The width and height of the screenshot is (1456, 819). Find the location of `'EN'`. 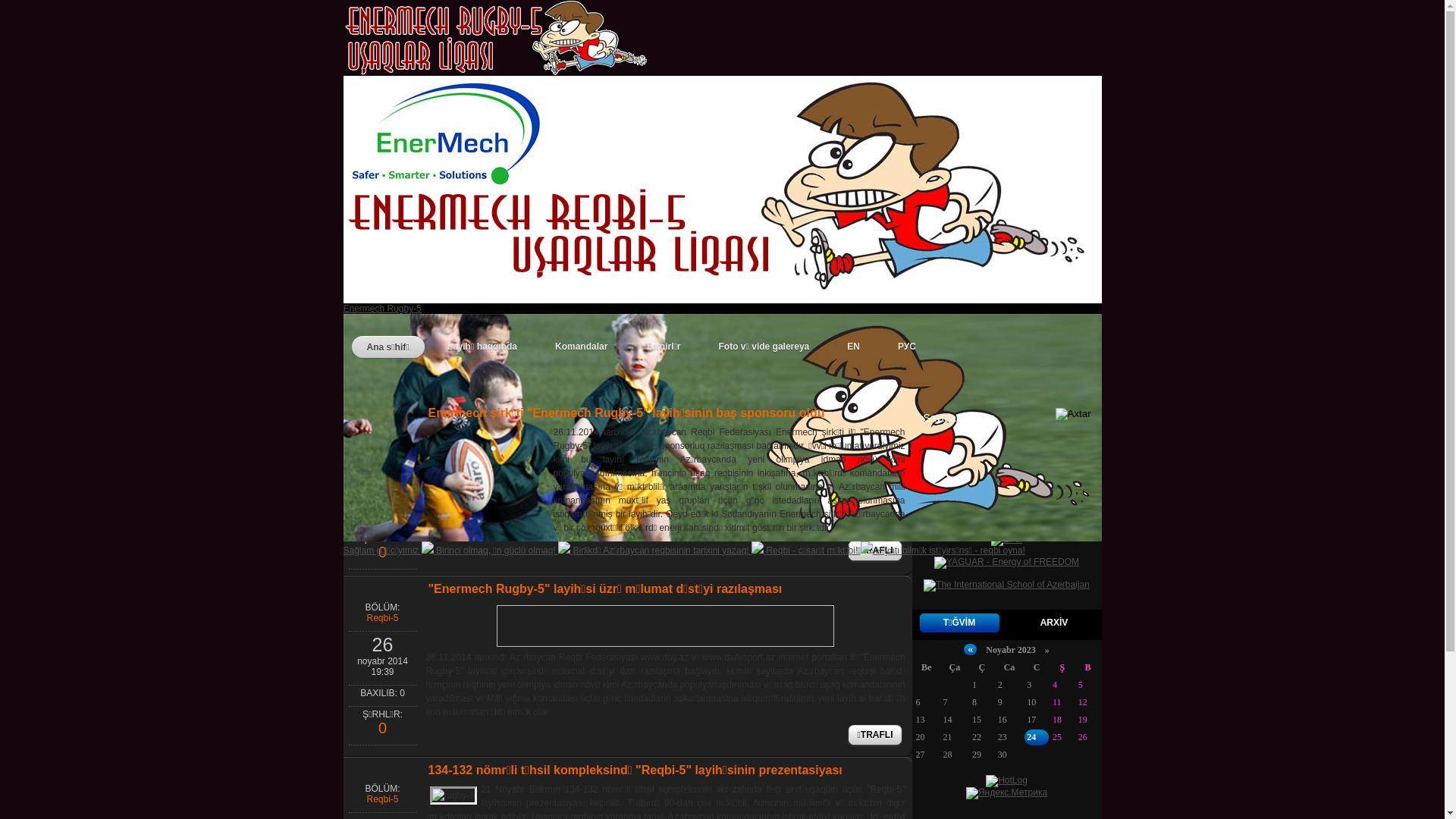

'EN' is located at coordinates (853, 346).